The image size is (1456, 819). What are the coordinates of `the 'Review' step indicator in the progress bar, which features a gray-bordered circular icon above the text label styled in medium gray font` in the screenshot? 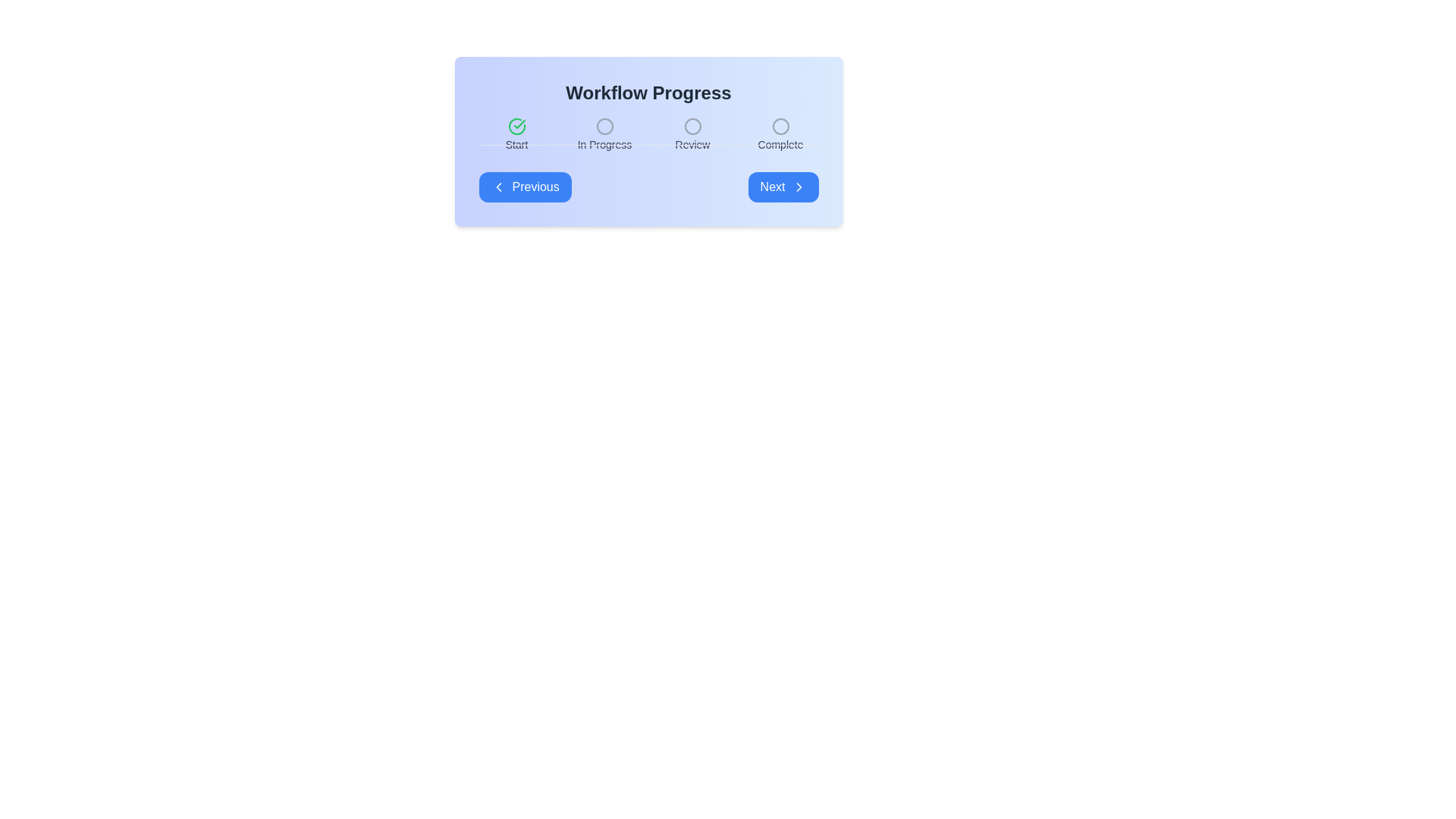 It's located at (692, 134).